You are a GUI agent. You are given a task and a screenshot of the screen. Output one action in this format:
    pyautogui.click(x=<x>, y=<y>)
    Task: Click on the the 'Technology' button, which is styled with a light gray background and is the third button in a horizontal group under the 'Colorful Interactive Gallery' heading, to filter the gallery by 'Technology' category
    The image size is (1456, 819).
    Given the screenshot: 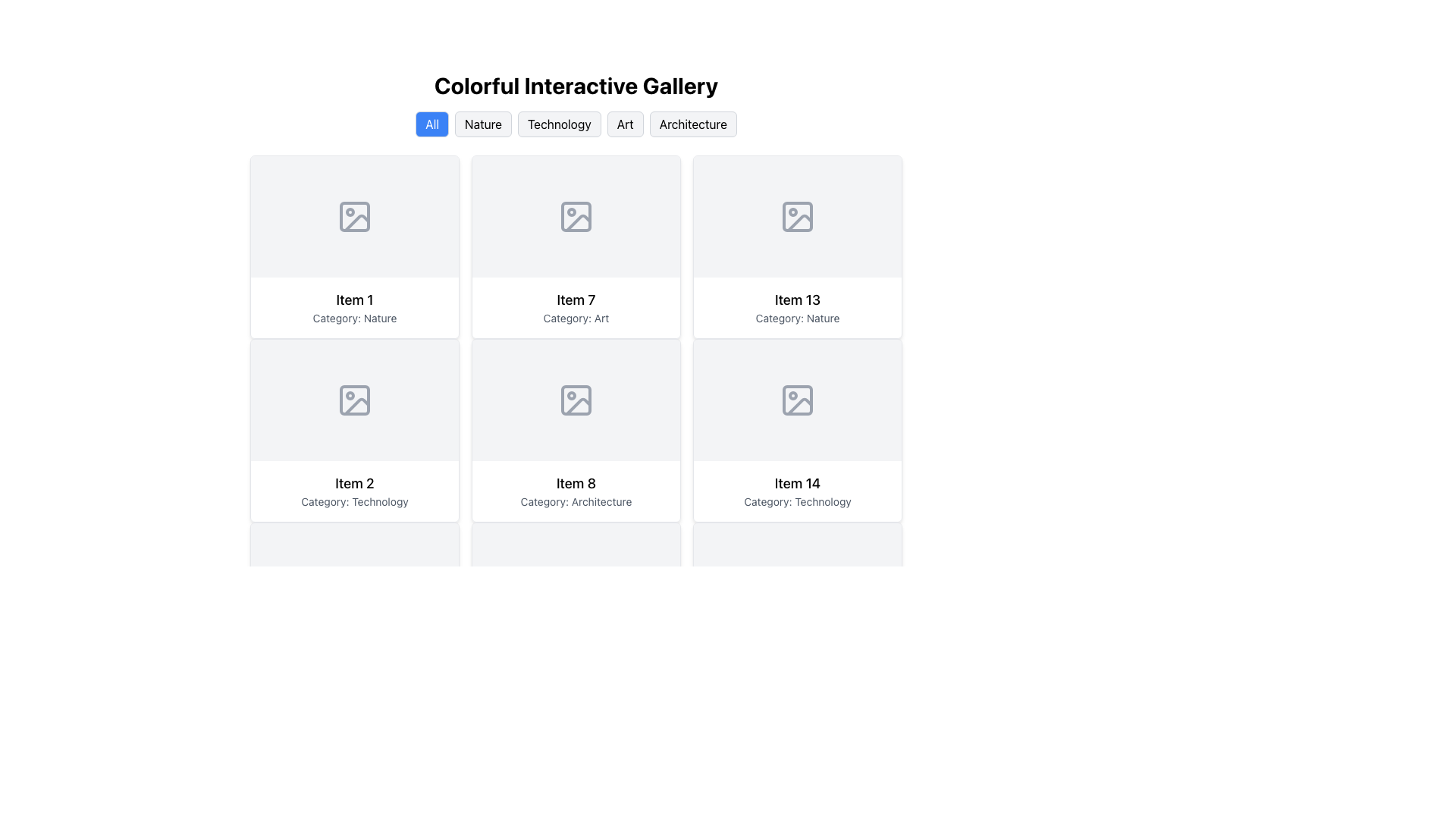 What is the action you would take?
    pyautogui.click(x=558, y=124)
    